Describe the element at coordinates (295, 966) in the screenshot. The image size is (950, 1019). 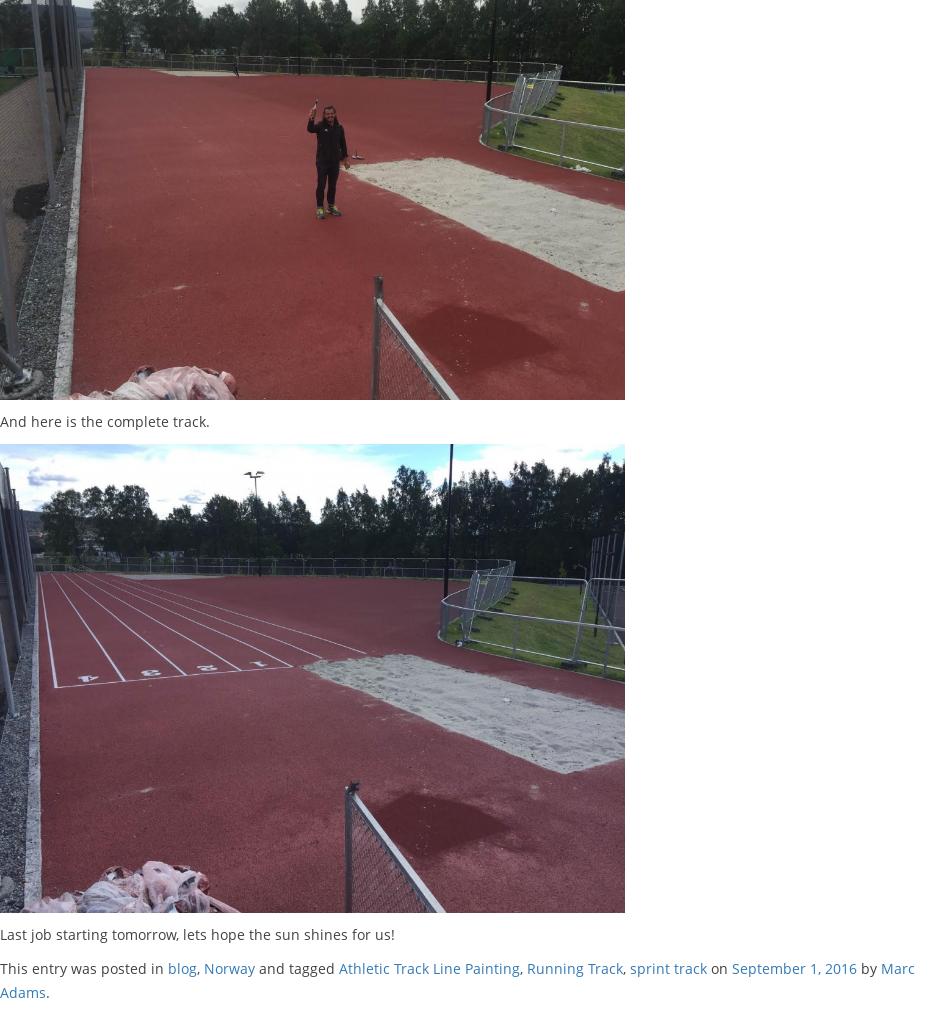
I see `'and tagged'` at that location.